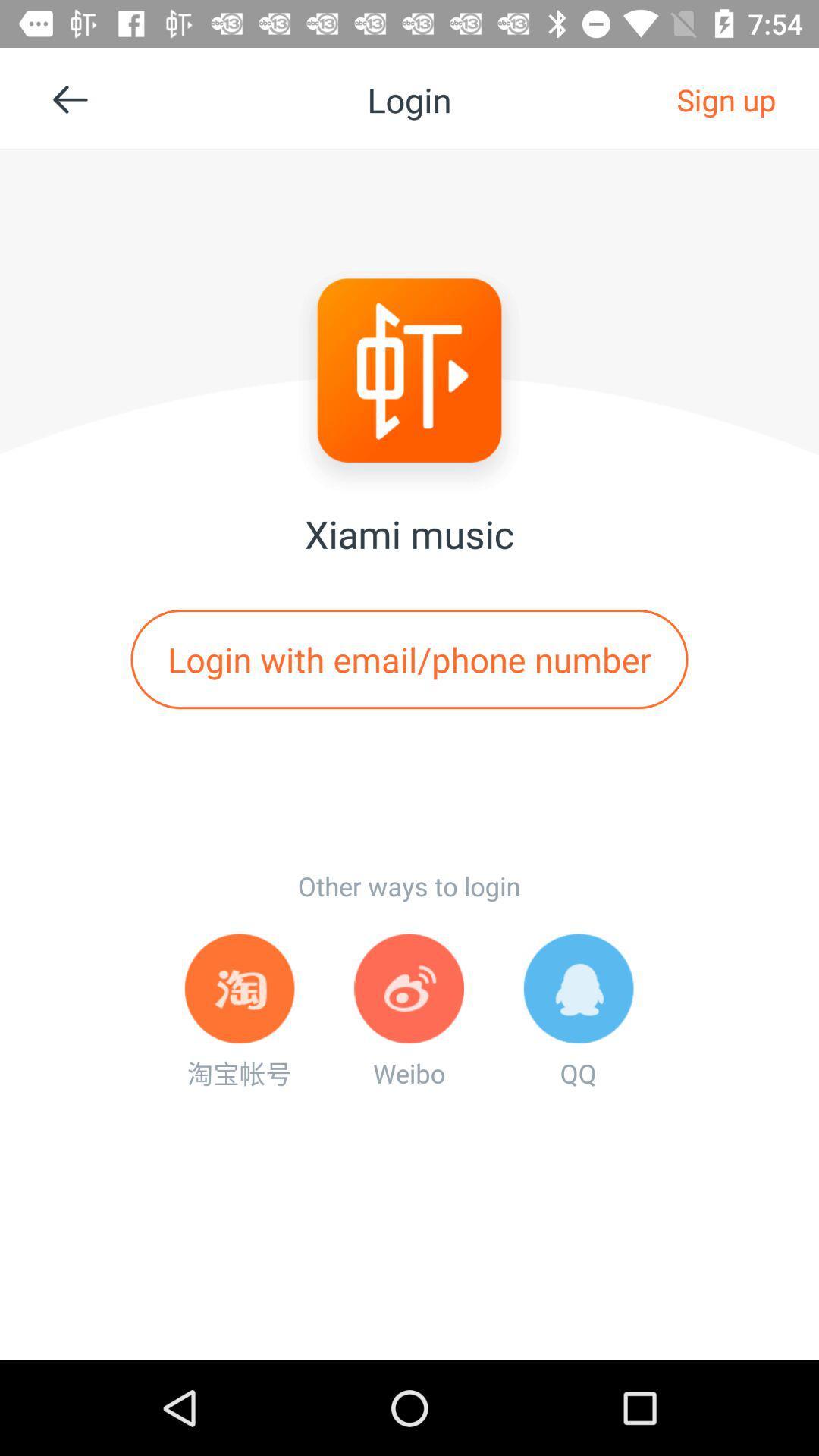 The height and width of the screenshot is (1456, 819). I want to click on the item at the bottom left corner, so click(239, 1012).